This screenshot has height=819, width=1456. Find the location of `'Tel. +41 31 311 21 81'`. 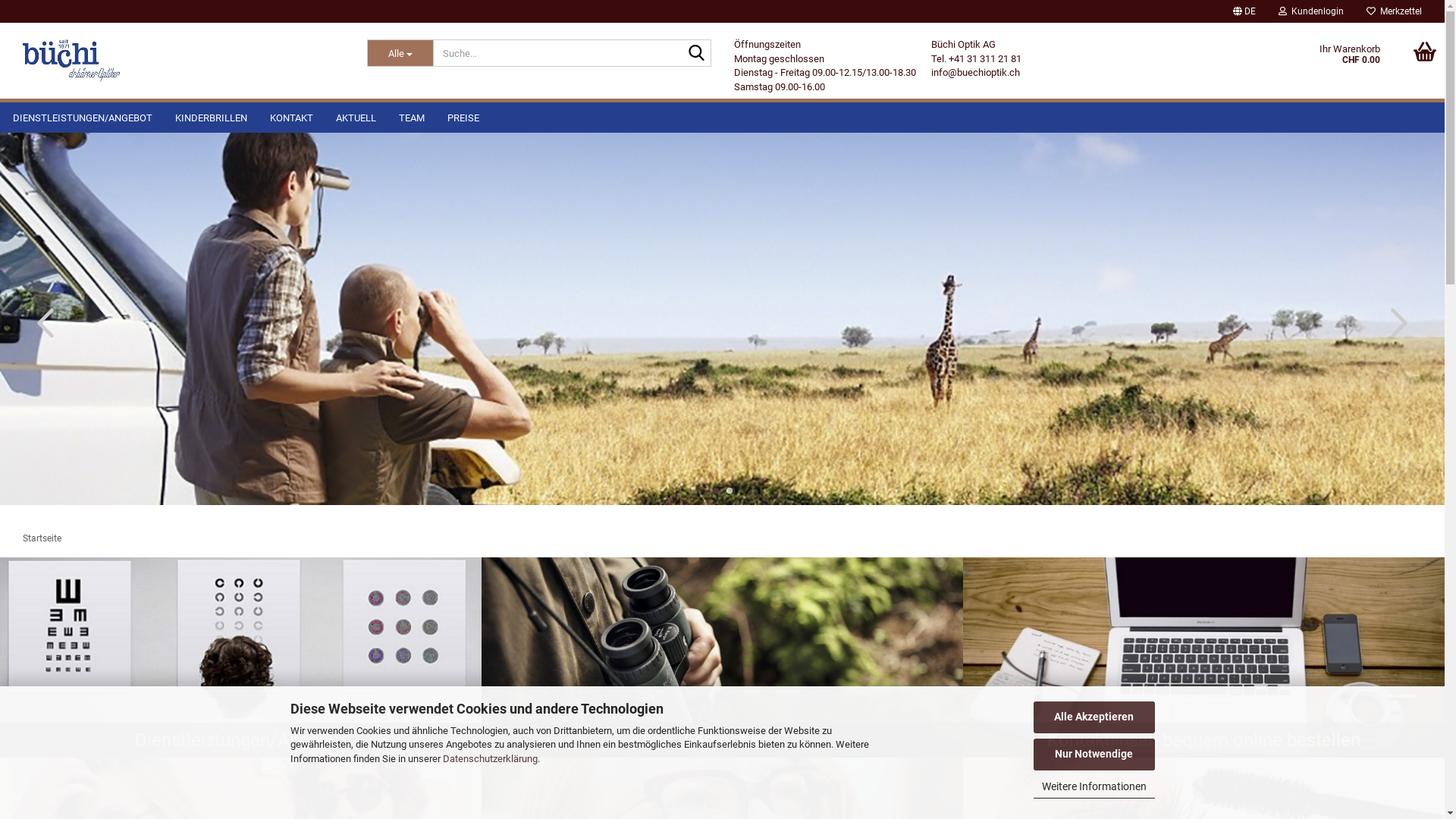

'Tel. +41 31 311 21 81' is located at coordinates (930, 58).